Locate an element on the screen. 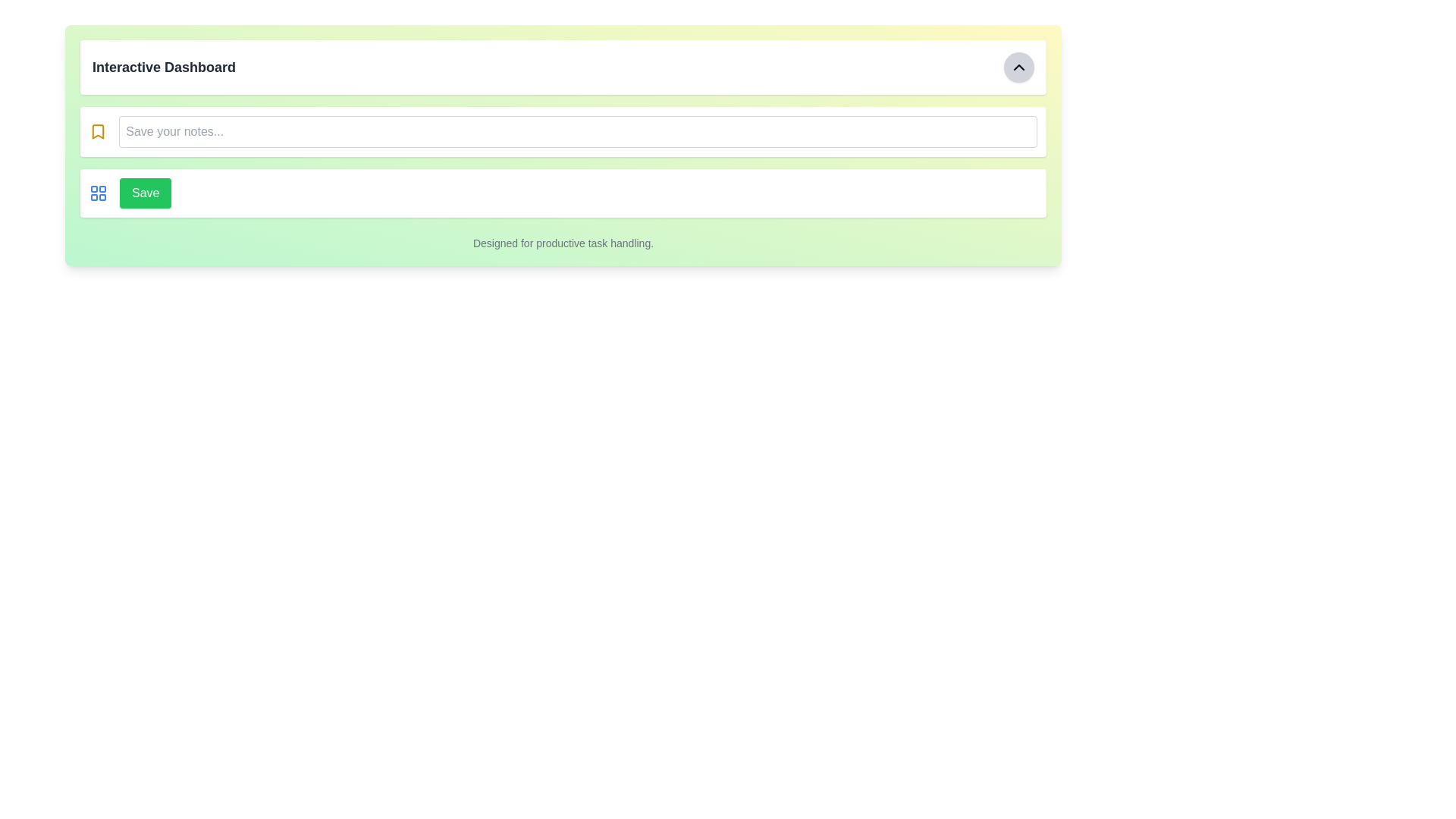 Image resolution: width=1456 pixels, height=819 pixels. the 'Save' button with a green background and white text located to the right of a grid icon in the lower part of the dashboard interface is located at coordinates (146, 192).